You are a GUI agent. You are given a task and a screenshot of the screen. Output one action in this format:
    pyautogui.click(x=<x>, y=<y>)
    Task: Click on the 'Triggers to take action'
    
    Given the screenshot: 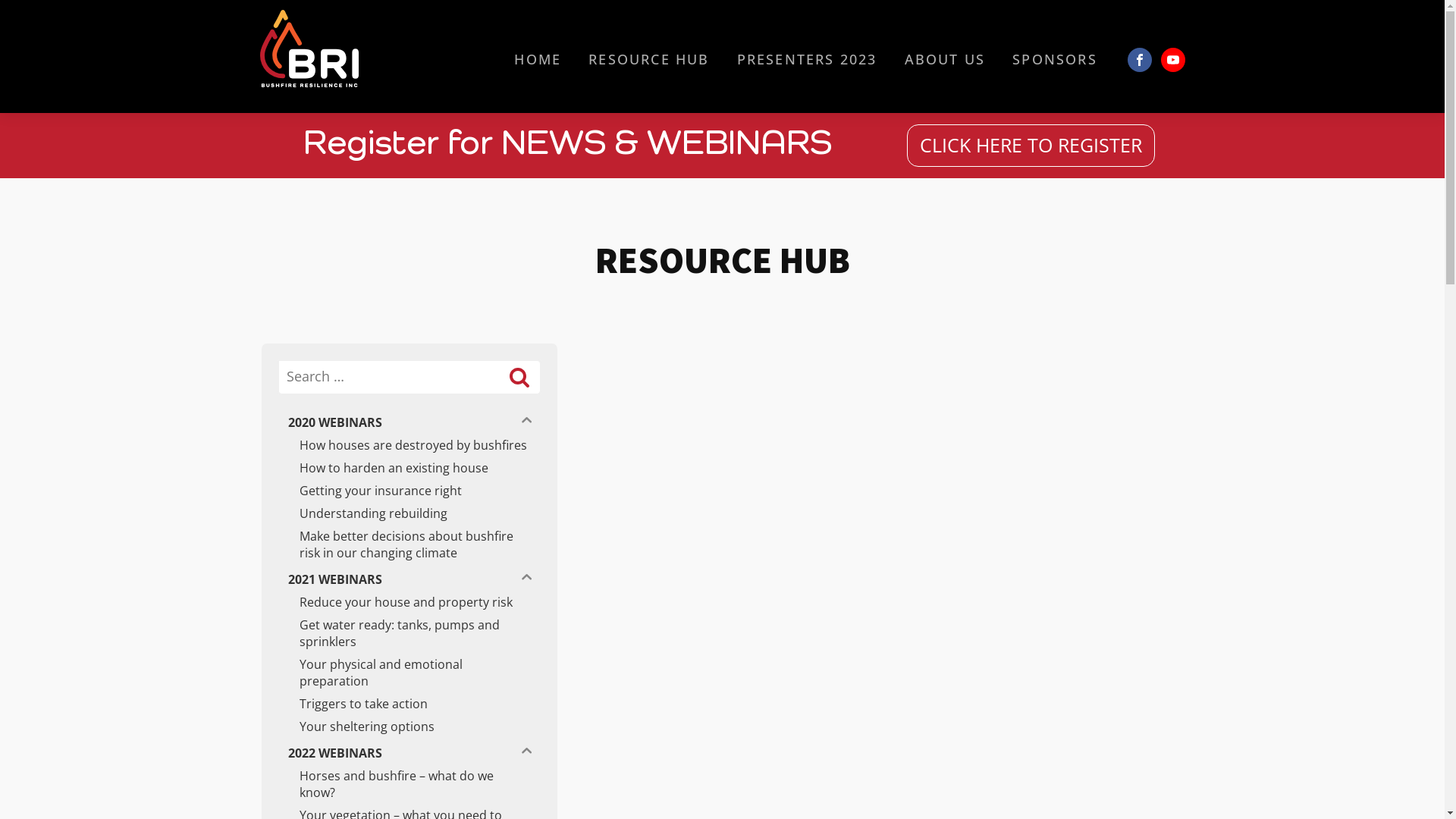 What is the action you would take?
    pyautogui.click(x=408, y=704)
    